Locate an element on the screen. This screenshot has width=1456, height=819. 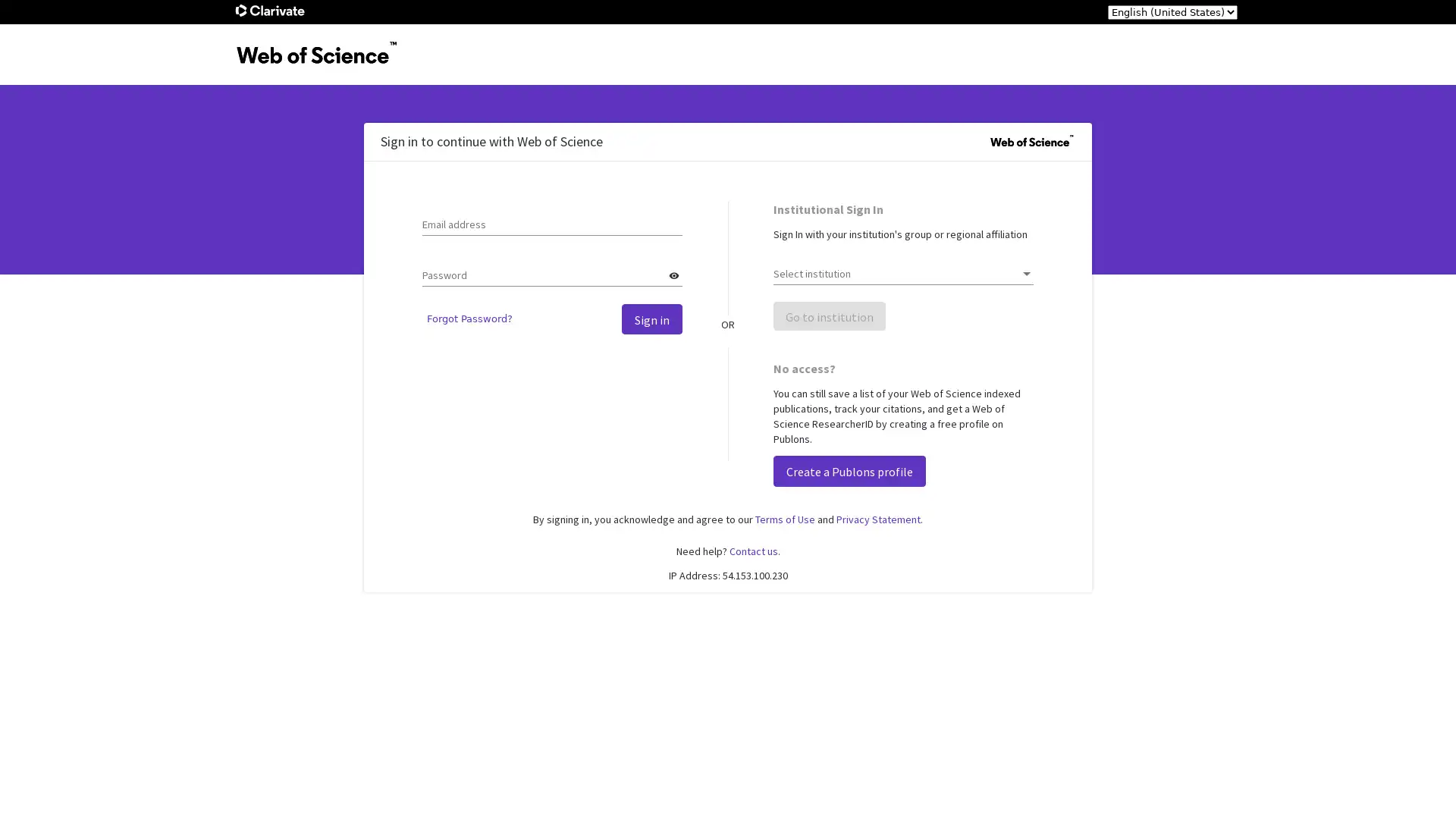
Forgot Password? is located at coordinates (468, 318).